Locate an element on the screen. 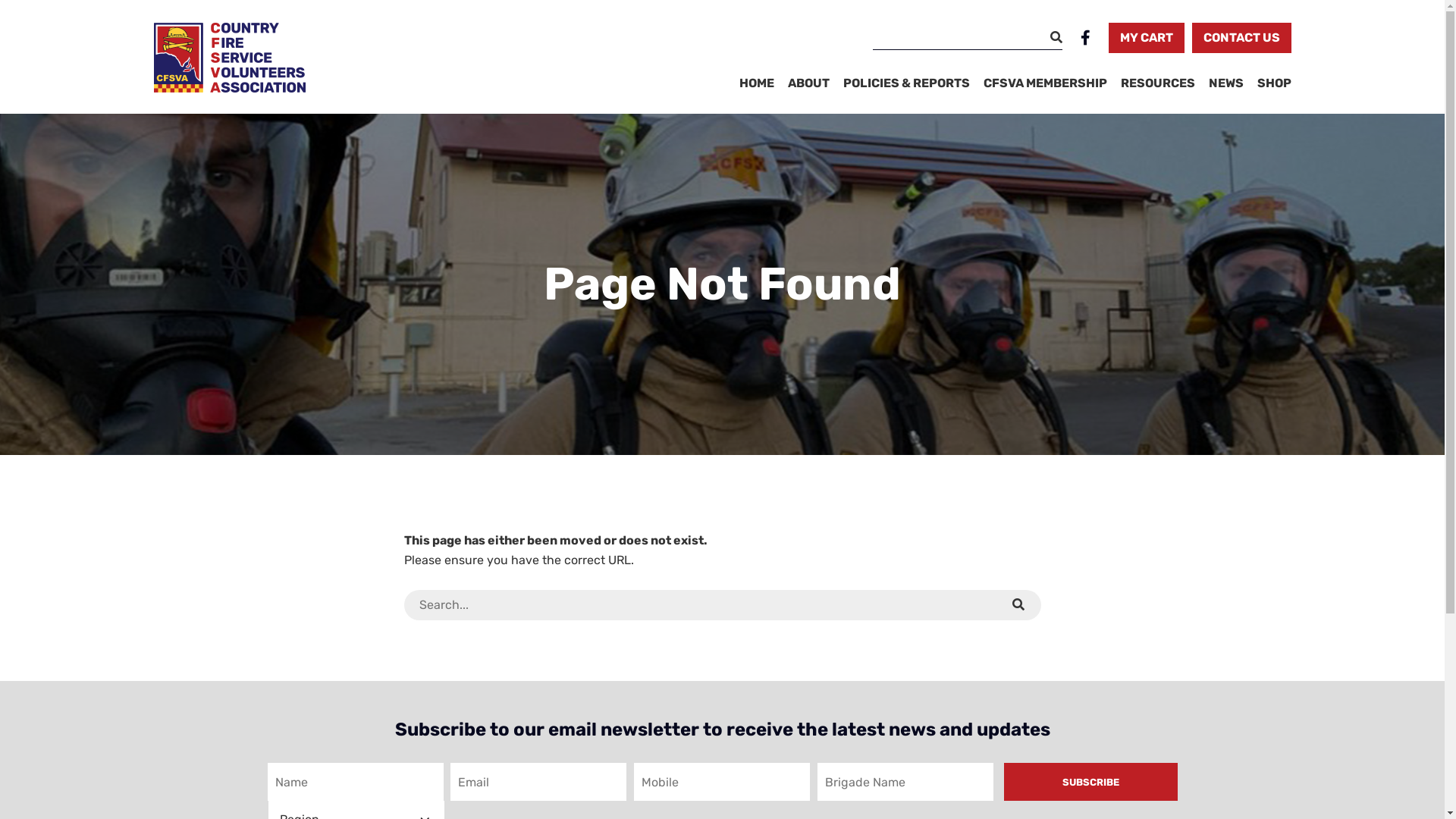 This screenshot has width=1456, height=819. 'RESOURCES' is located at coordinates (1156, 83).